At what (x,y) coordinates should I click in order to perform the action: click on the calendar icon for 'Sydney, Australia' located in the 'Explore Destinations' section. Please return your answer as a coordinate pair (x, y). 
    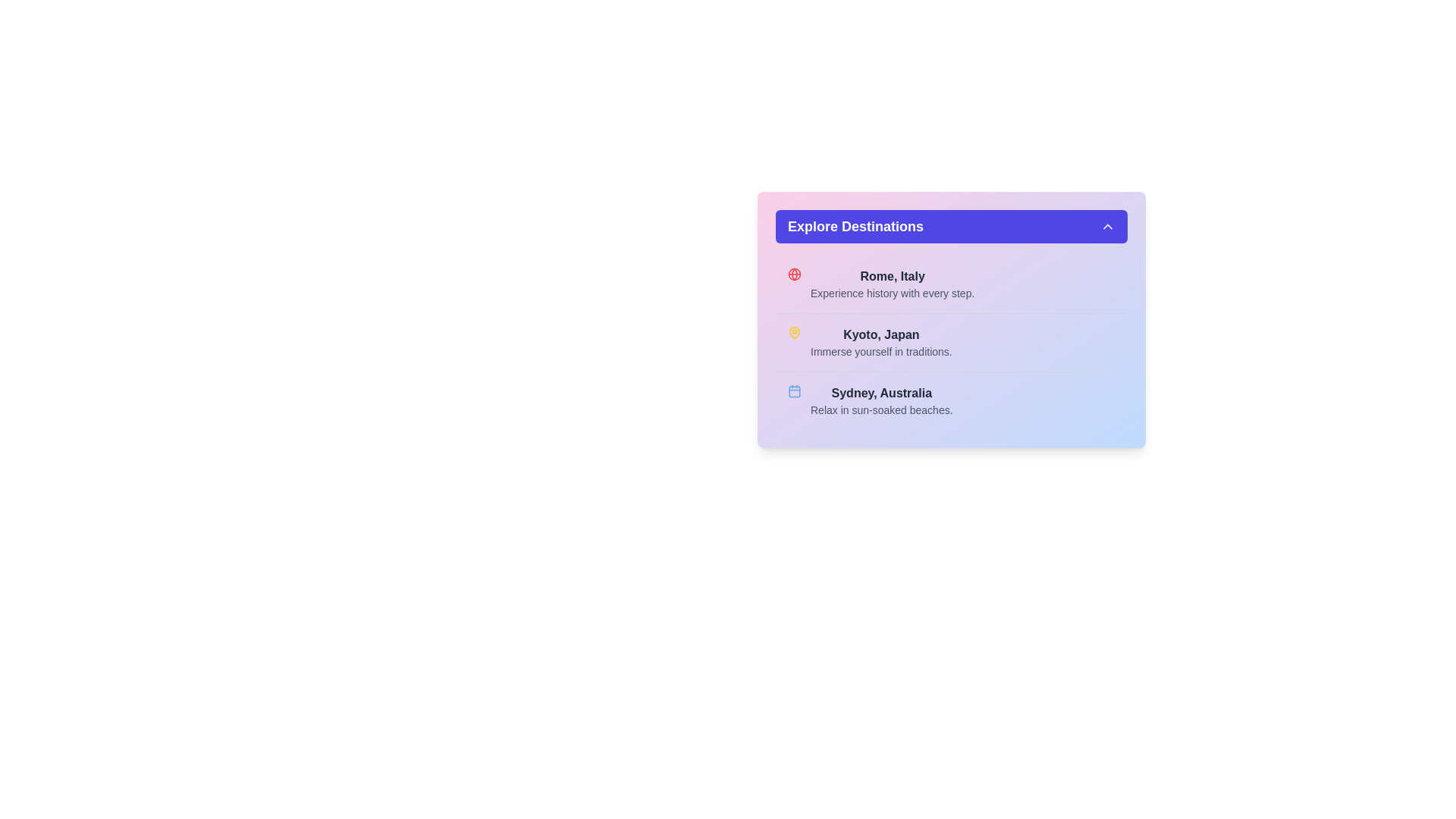
    Looking at the image, I should click on (793, 391).